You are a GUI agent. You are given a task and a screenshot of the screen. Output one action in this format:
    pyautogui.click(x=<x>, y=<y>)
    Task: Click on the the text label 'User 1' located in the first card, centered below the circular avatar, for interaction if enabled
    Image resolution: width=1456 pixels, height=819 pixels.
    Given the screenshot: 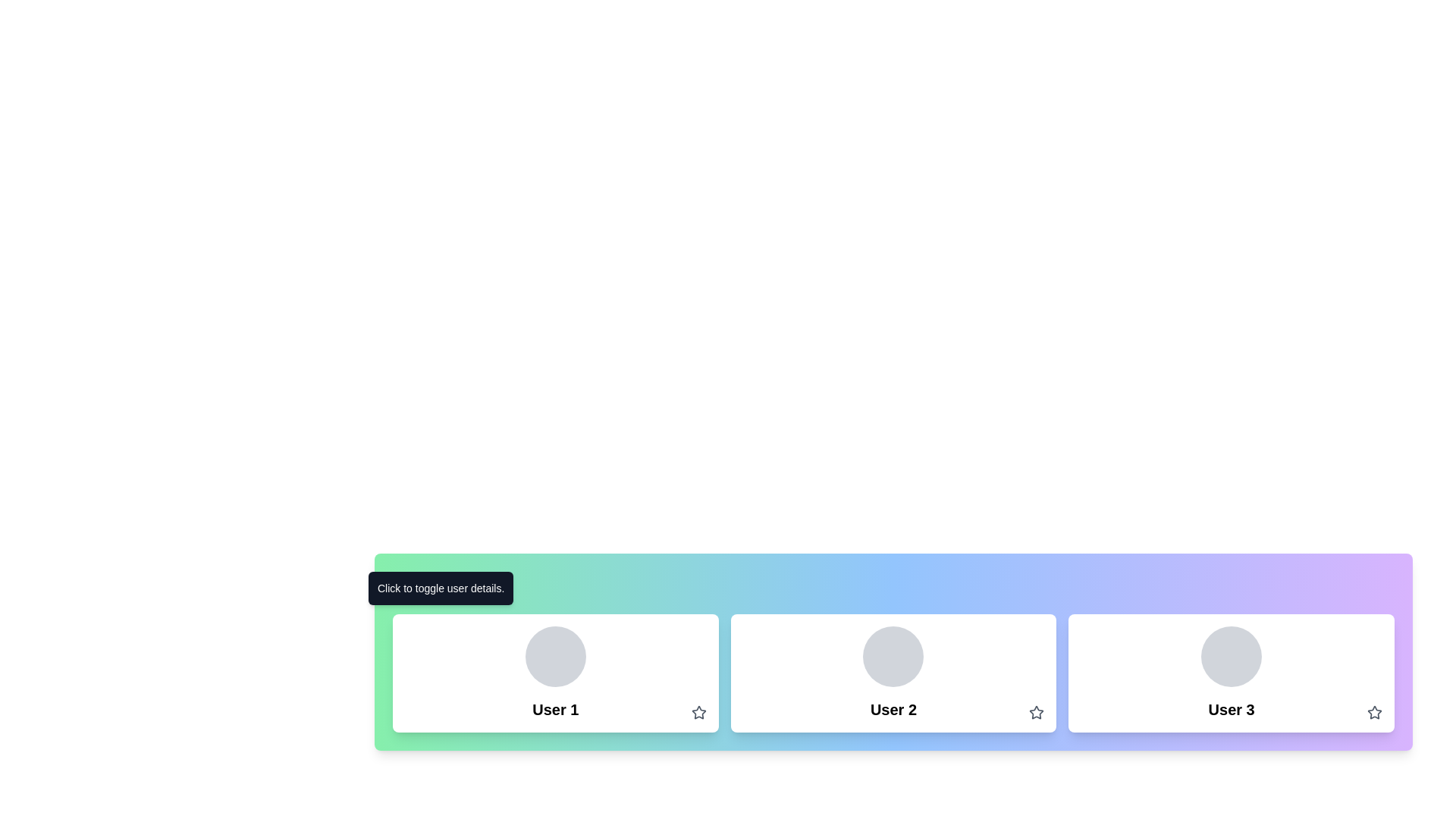 What is the action you would take?
    pyautogui.click(x=554, y=710)
    